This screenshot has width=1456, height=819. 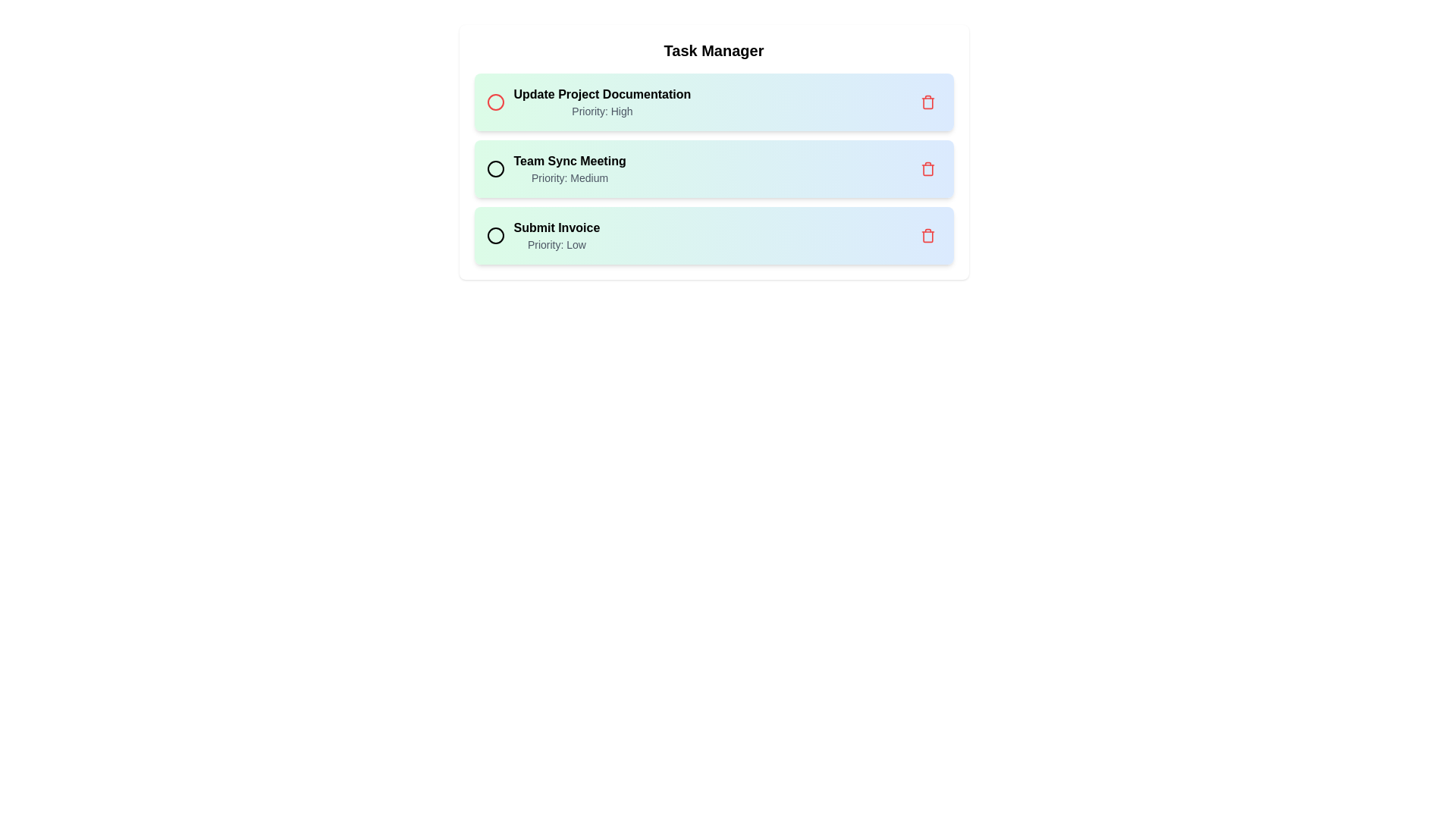 What do you see at coordinates (927, 236) in the screenshot?
I see `the delete icon for the task with title 'Submit Invoice'` at bounding box center [927, 236].